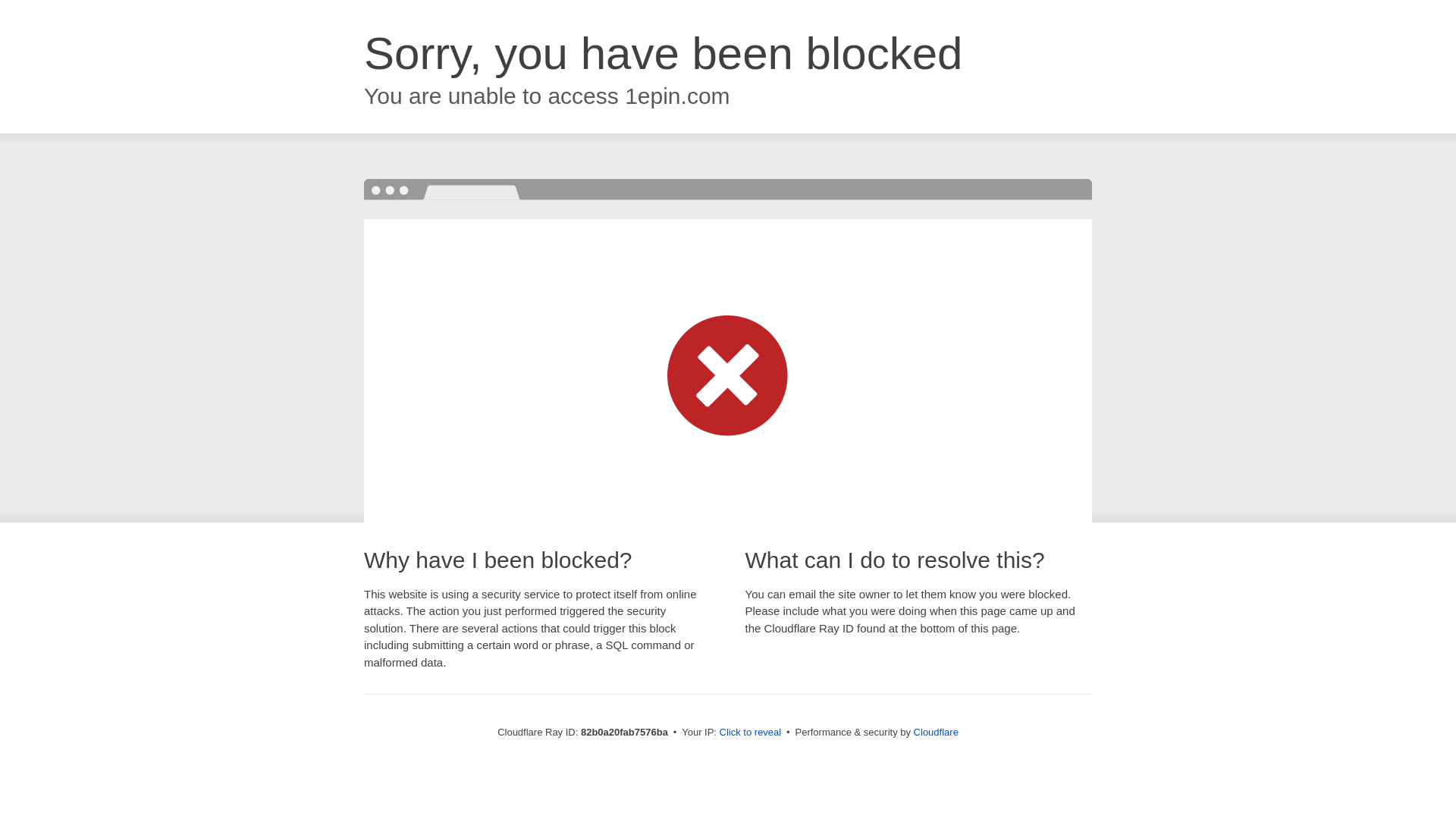  Describe the element at coordinates (750, 731) in the screenshot. I see `'Click to reveal'` at that location.